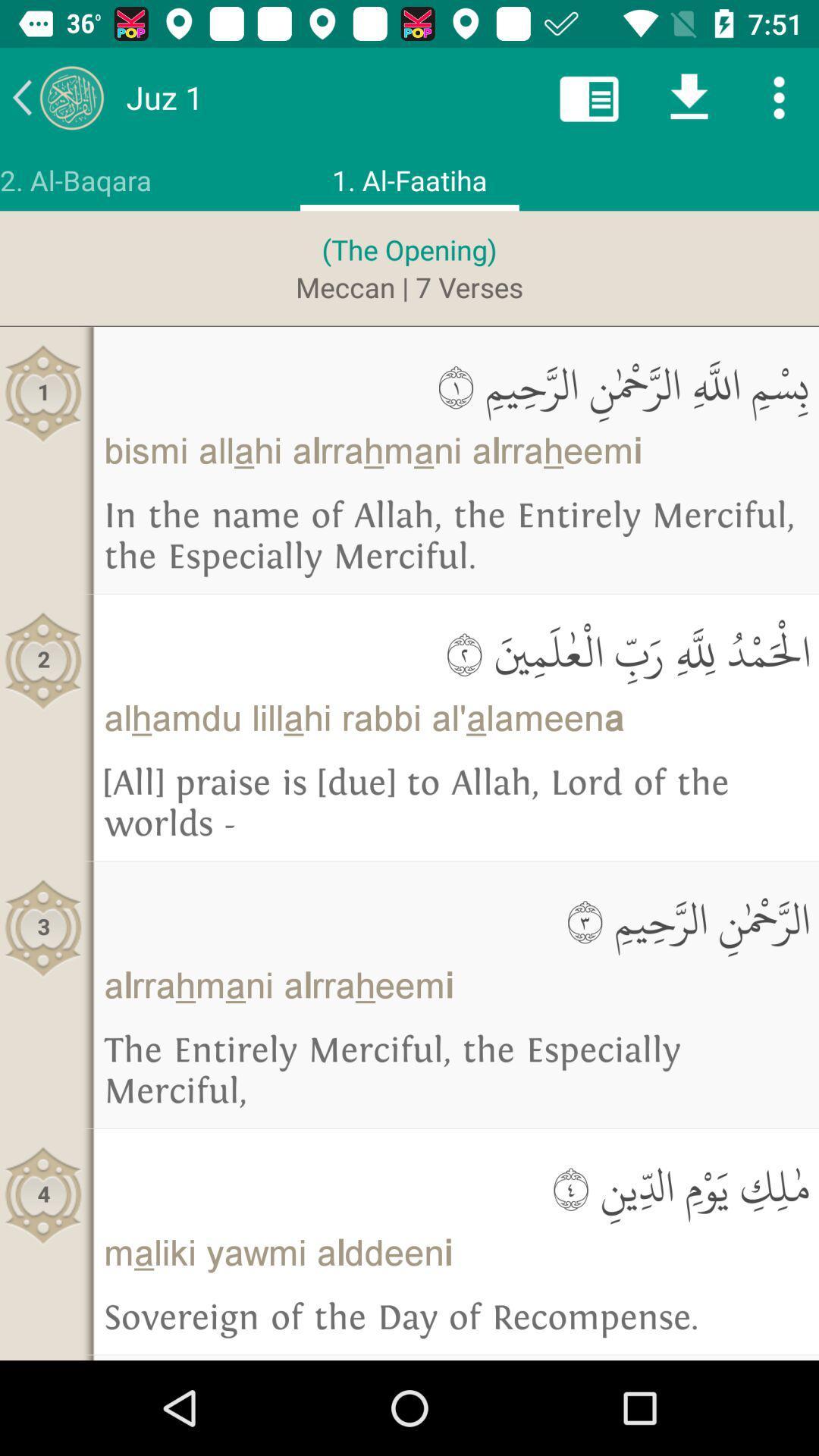  I want to click on the file_download icon, so click(689, 96).